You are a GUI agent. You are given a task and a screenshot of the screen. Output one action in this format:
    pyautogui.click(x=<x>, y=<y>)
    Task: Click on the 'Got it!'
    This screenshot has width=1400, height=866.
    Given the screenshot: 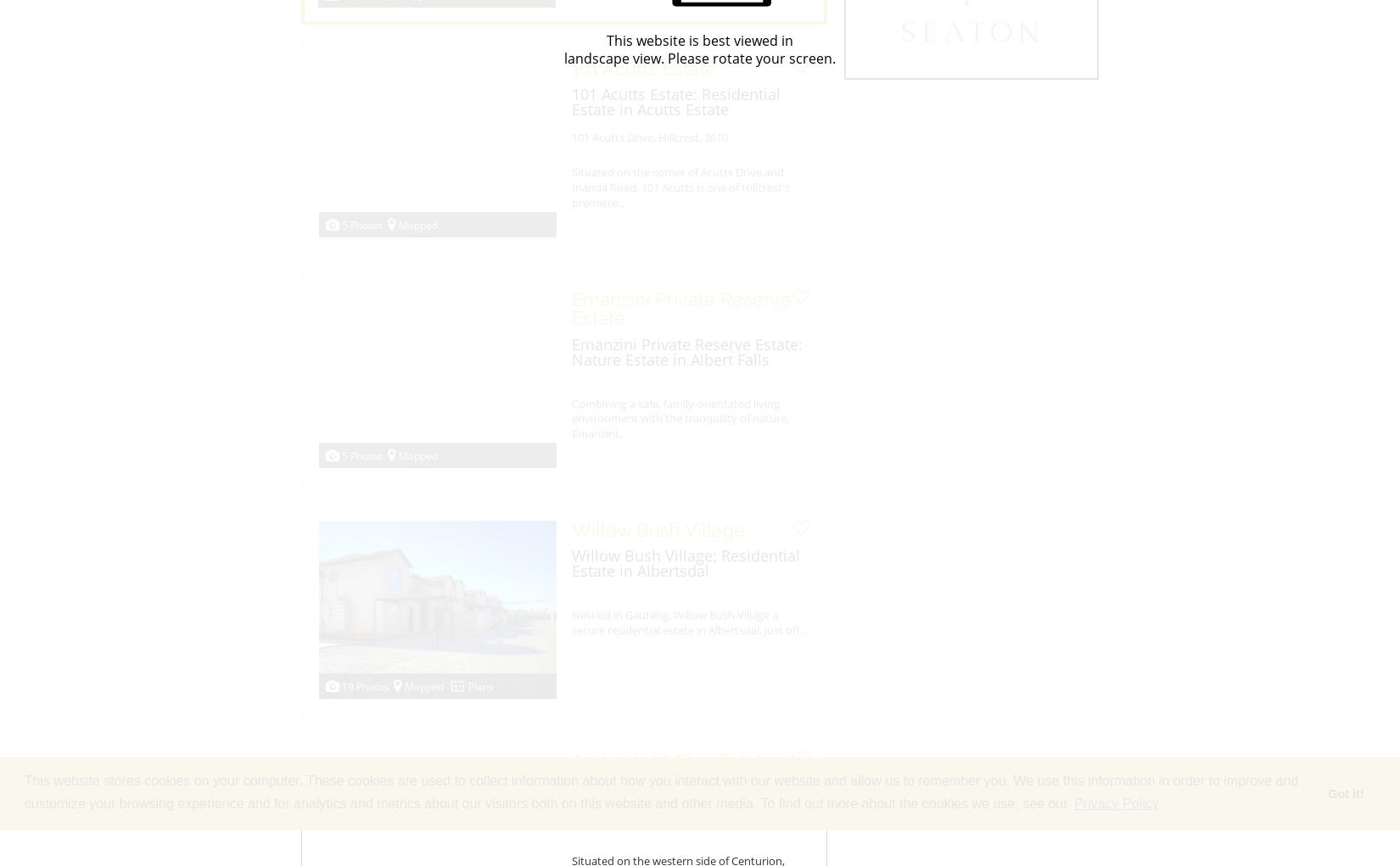 What is the action you would take?
    pyautogui.click(x=1327, y=793)
    